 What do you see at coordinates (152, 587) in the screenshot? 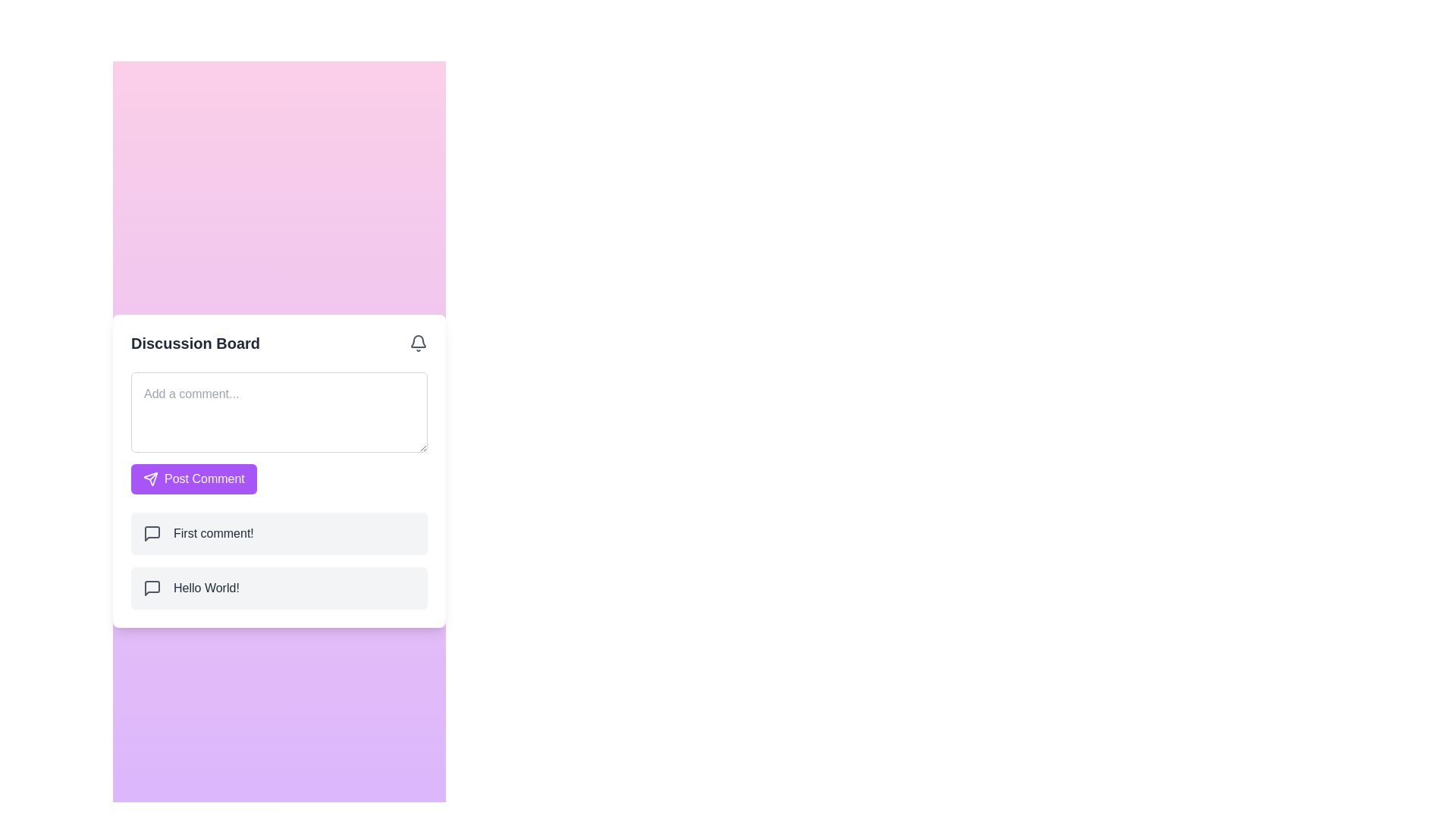
I see `the comment icon associated with the text 'Hello World!' in the second comment of the discussion board interface` at bounding box center [152, 587].